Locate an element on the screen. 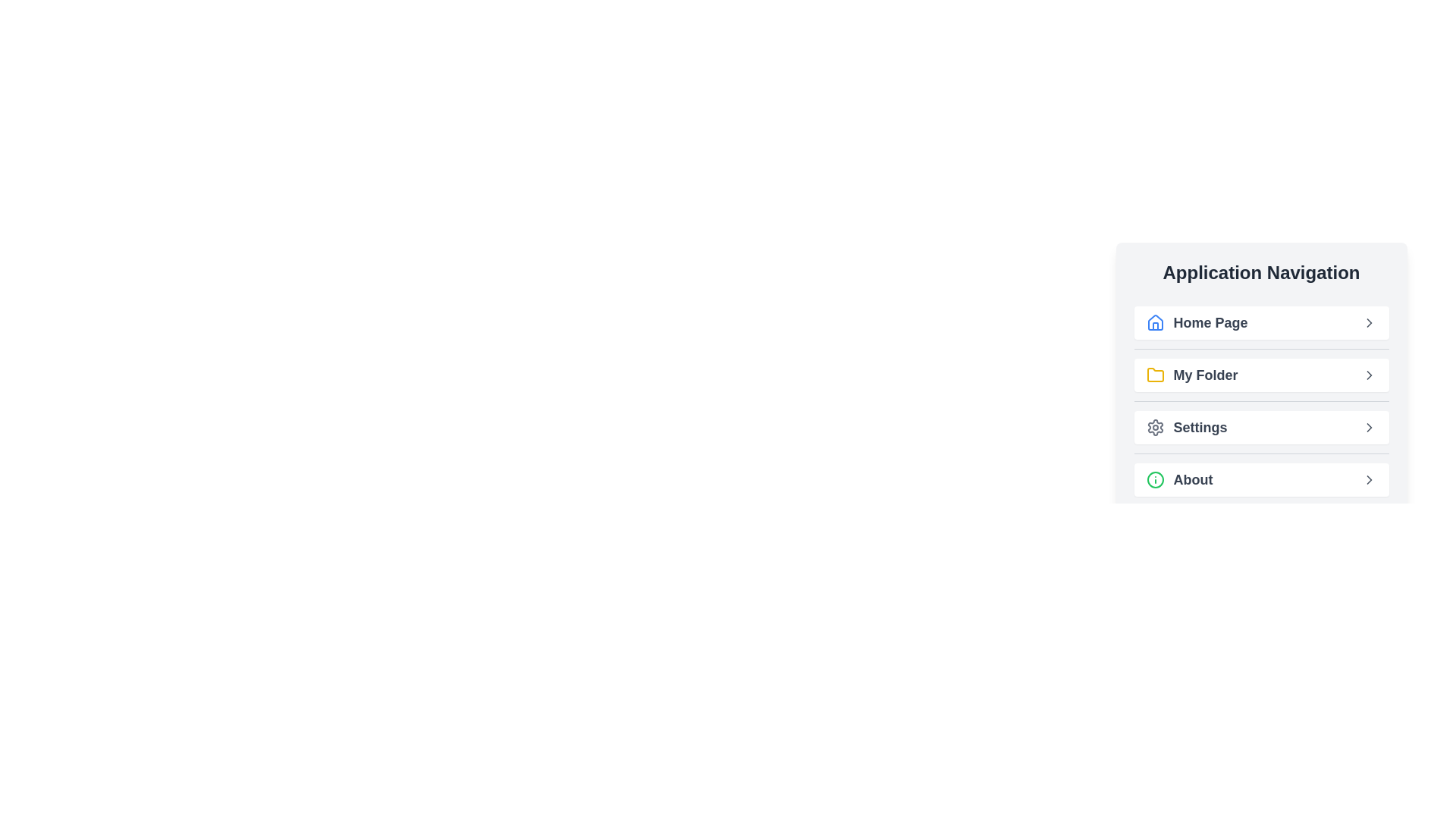 Image resolution: width=1456 pixels, height=819 pixels. the second entry in the navigation menu labeled 'My Folder' to interact via keyboard is located at coordinates (1191, 375).